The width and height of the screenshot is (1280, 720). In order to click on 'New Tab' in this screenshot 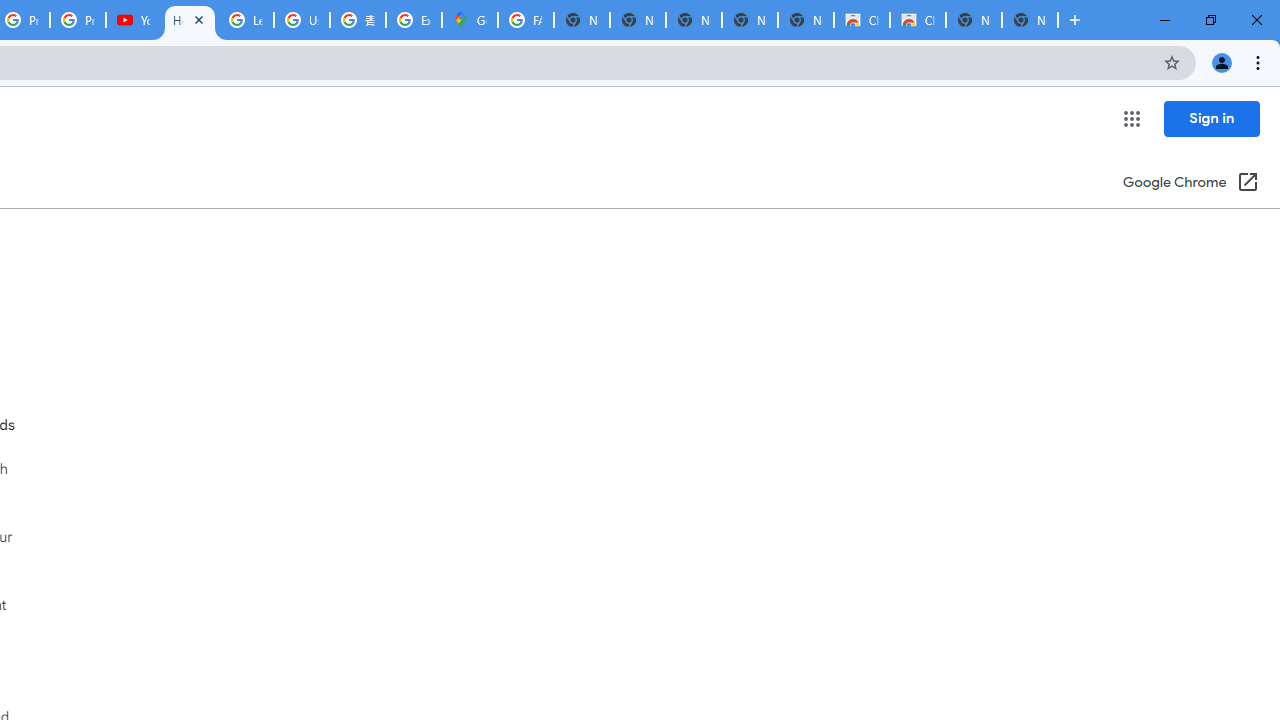, I will do `click(1030, 20)`.